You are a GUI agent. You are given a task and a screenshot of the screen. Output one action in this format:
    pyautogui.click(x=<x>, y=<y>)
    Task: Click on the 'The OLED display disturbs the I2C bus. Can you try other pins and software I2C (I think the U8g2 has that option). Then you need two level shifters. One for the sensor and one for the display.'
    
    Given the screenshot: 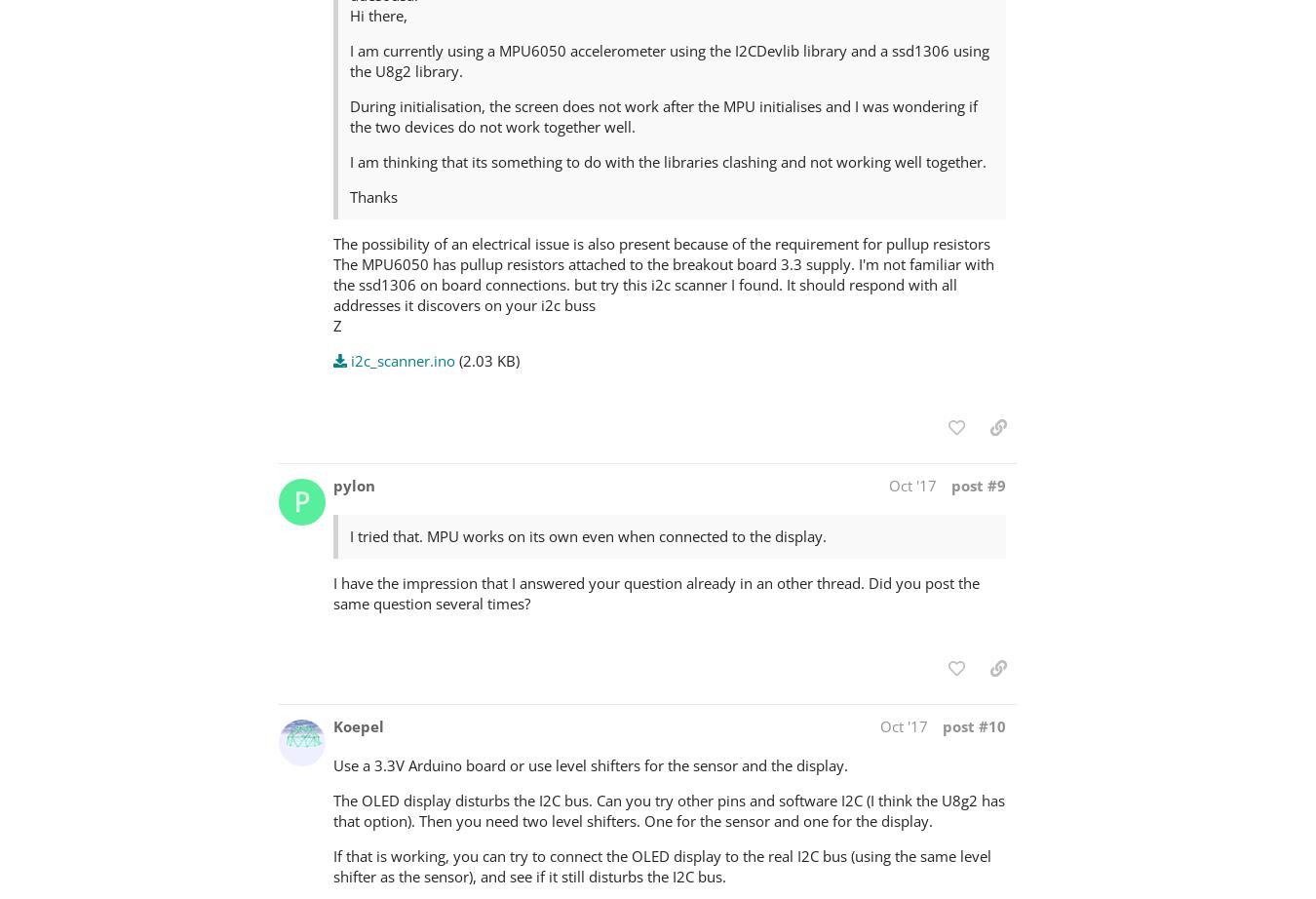 What is the action you would take?
    pyautogui.click(x=332, y=808)
    